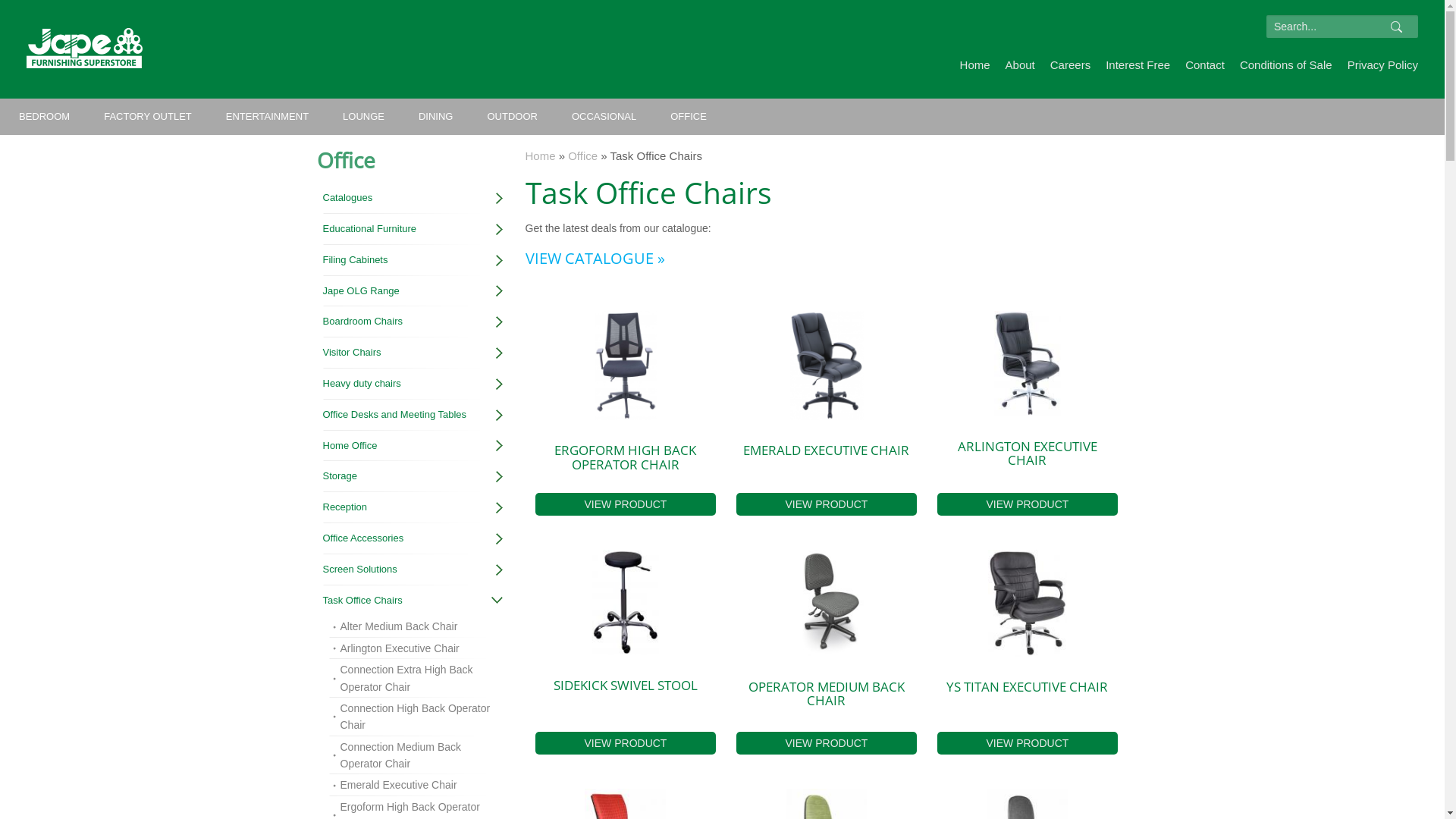 This screenshot has height=819, width=1456. I want to click on 'Careers', so click(1069, 64).